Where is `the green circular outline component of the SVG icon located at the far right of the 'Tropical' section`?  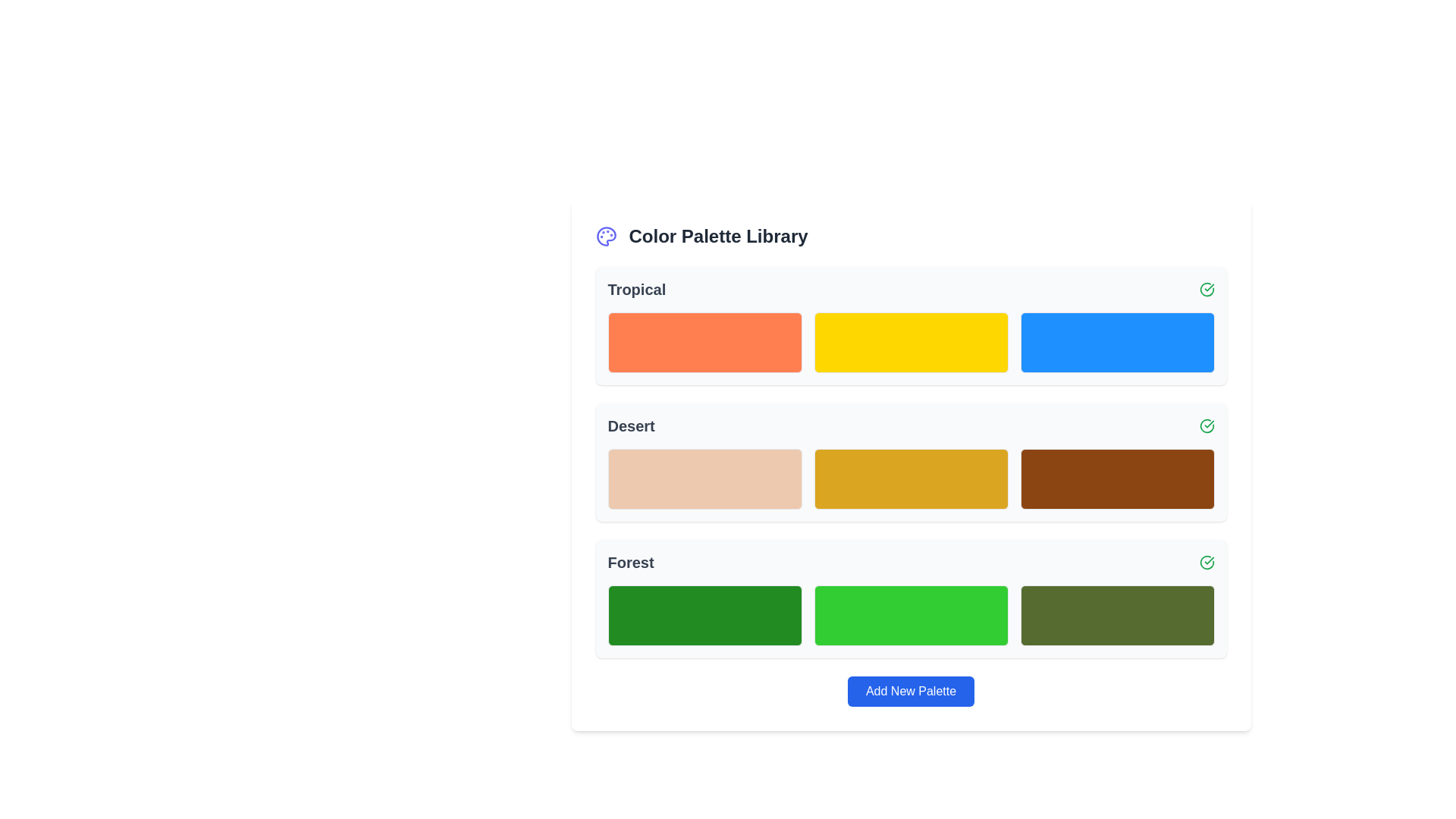
the green circular outline component of the SVG icon located at the far right of the 'Tropical' section is located at coordinates (1206, 426).